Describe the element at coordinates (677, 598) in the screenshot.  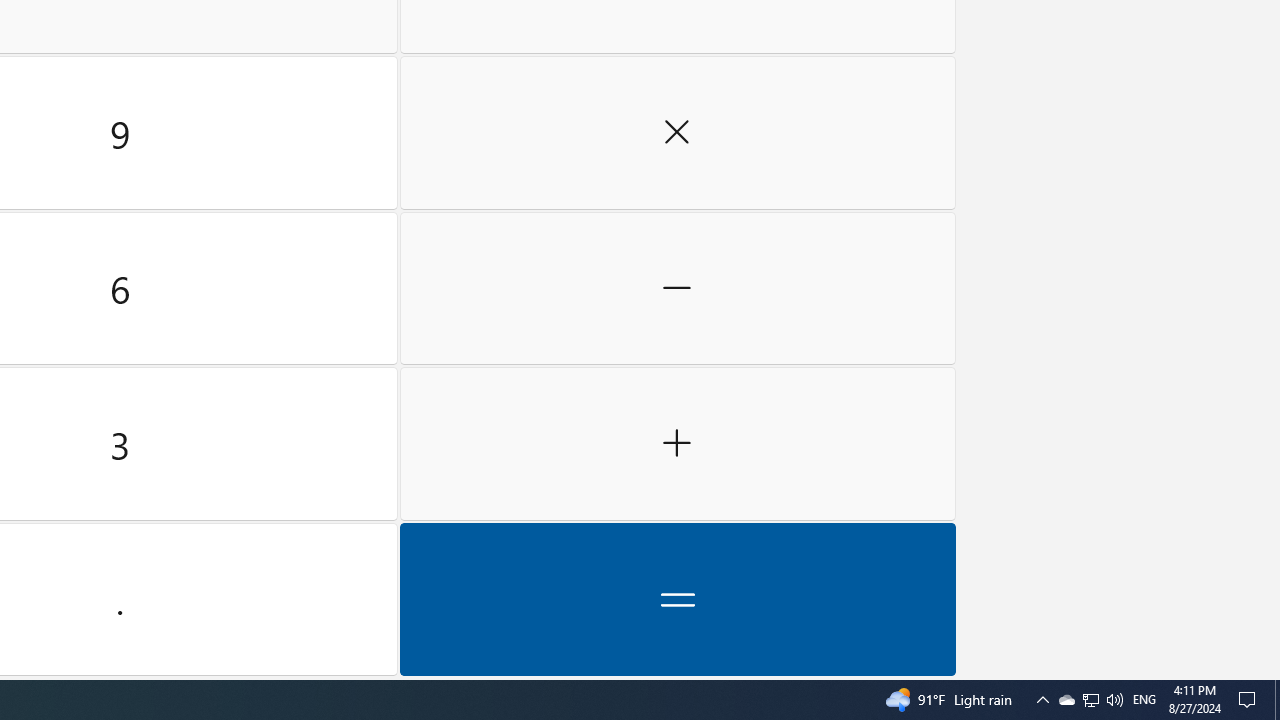
I see `'Equals'` at that location.